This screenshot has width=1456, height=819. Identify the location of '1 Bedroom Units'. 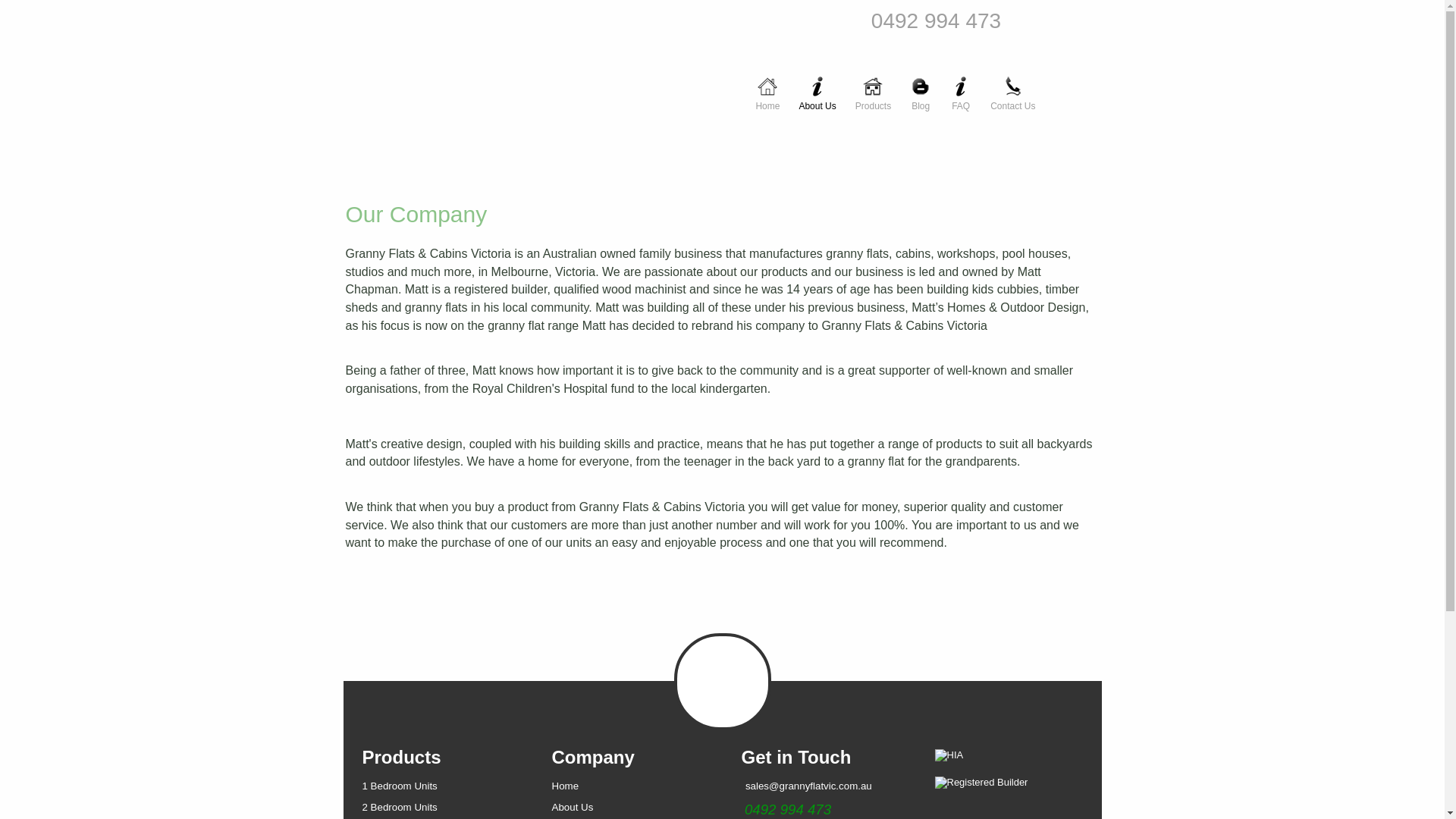
(400, 785).